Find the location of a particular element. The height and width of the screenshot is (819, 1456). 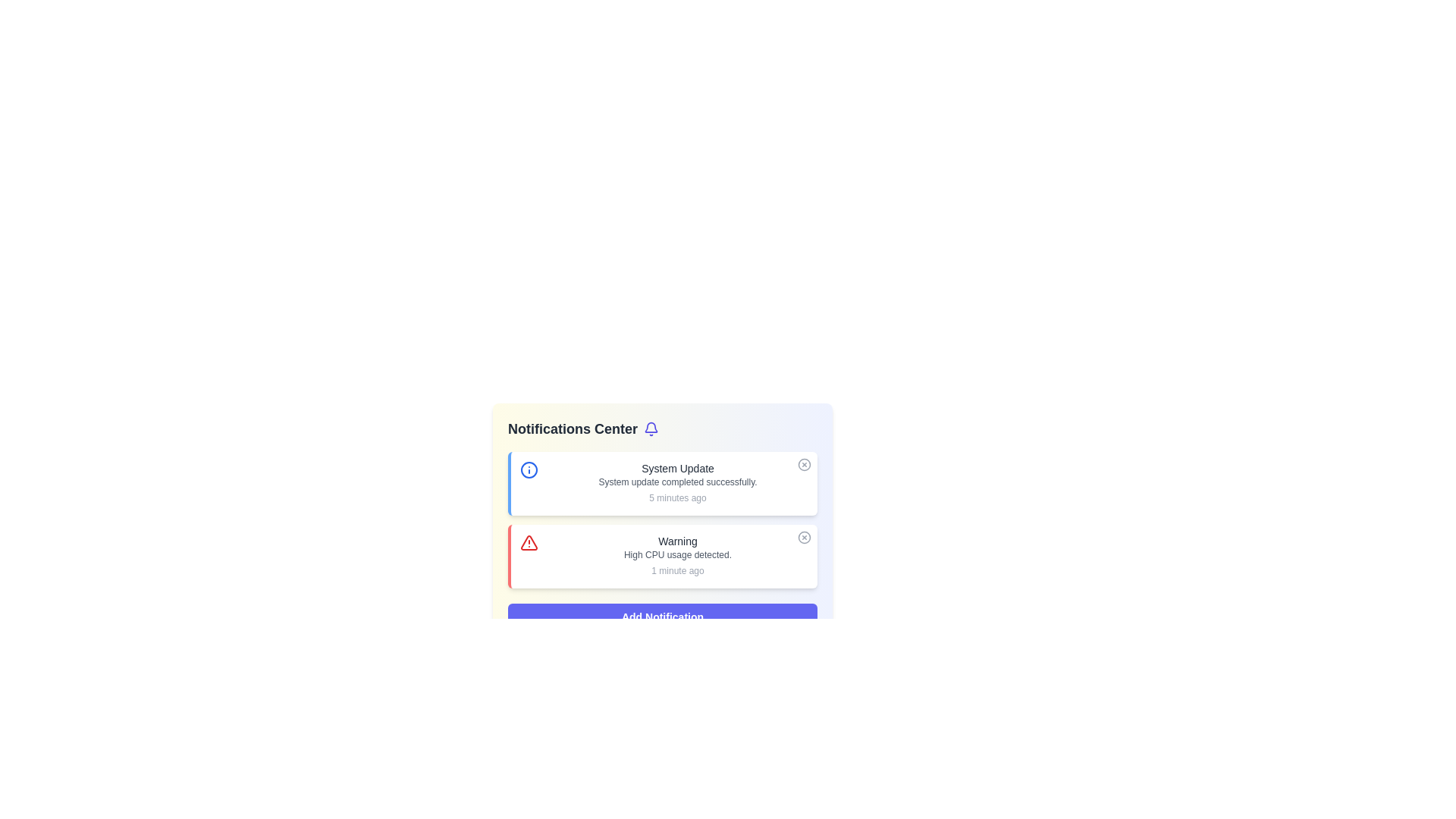

the warning icon in the second notification card, which indicates a high CPU usage issue is located at coordinates (529, 542).